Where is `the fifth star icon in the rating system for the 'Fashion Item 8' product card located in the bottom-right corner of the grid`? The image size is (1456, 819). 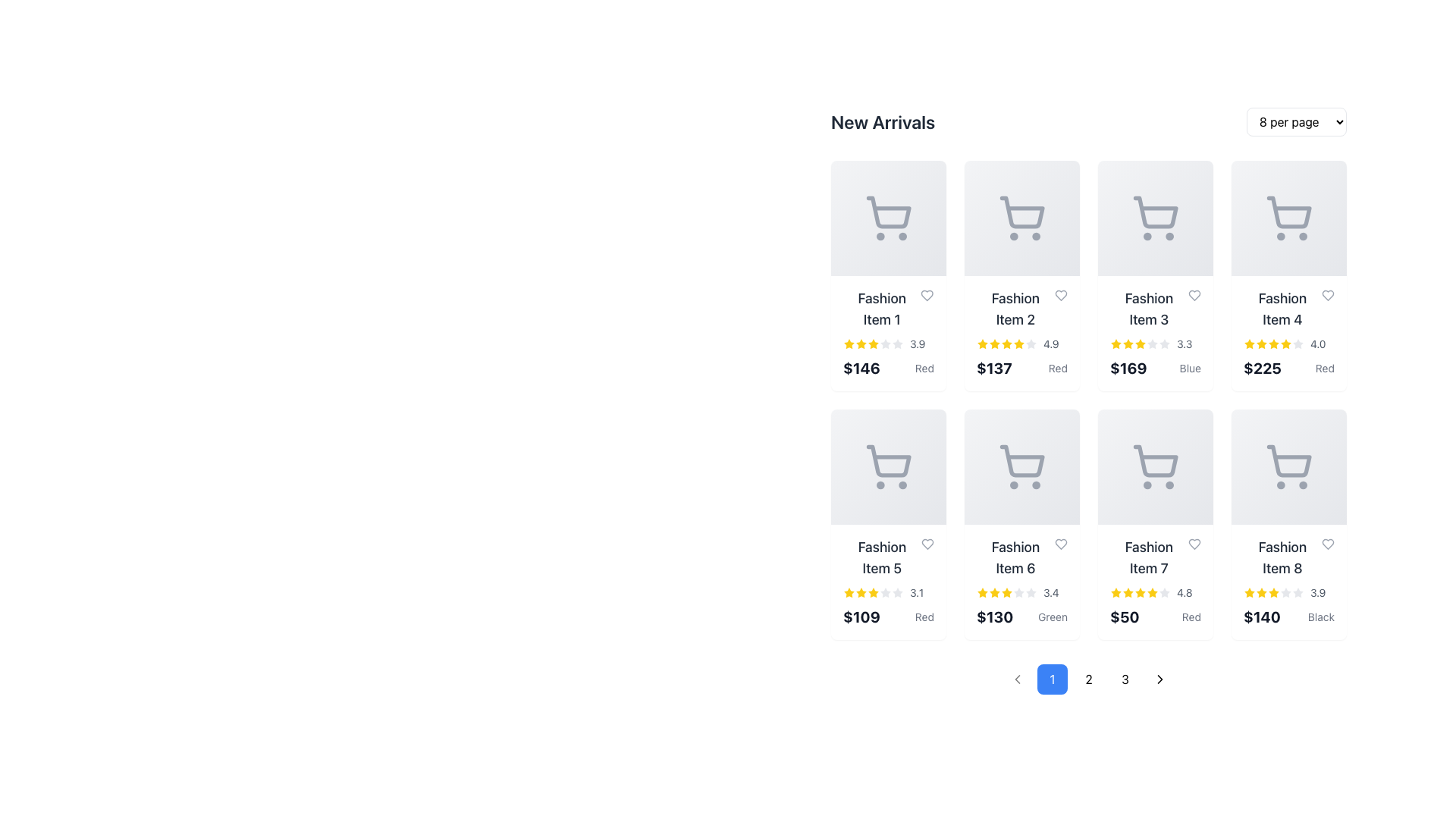 the fifth star icon in the rating system for the 'Fashion Item 8' product card located in the bottom-right corner of the grid is located at coordinates (1274, 592).